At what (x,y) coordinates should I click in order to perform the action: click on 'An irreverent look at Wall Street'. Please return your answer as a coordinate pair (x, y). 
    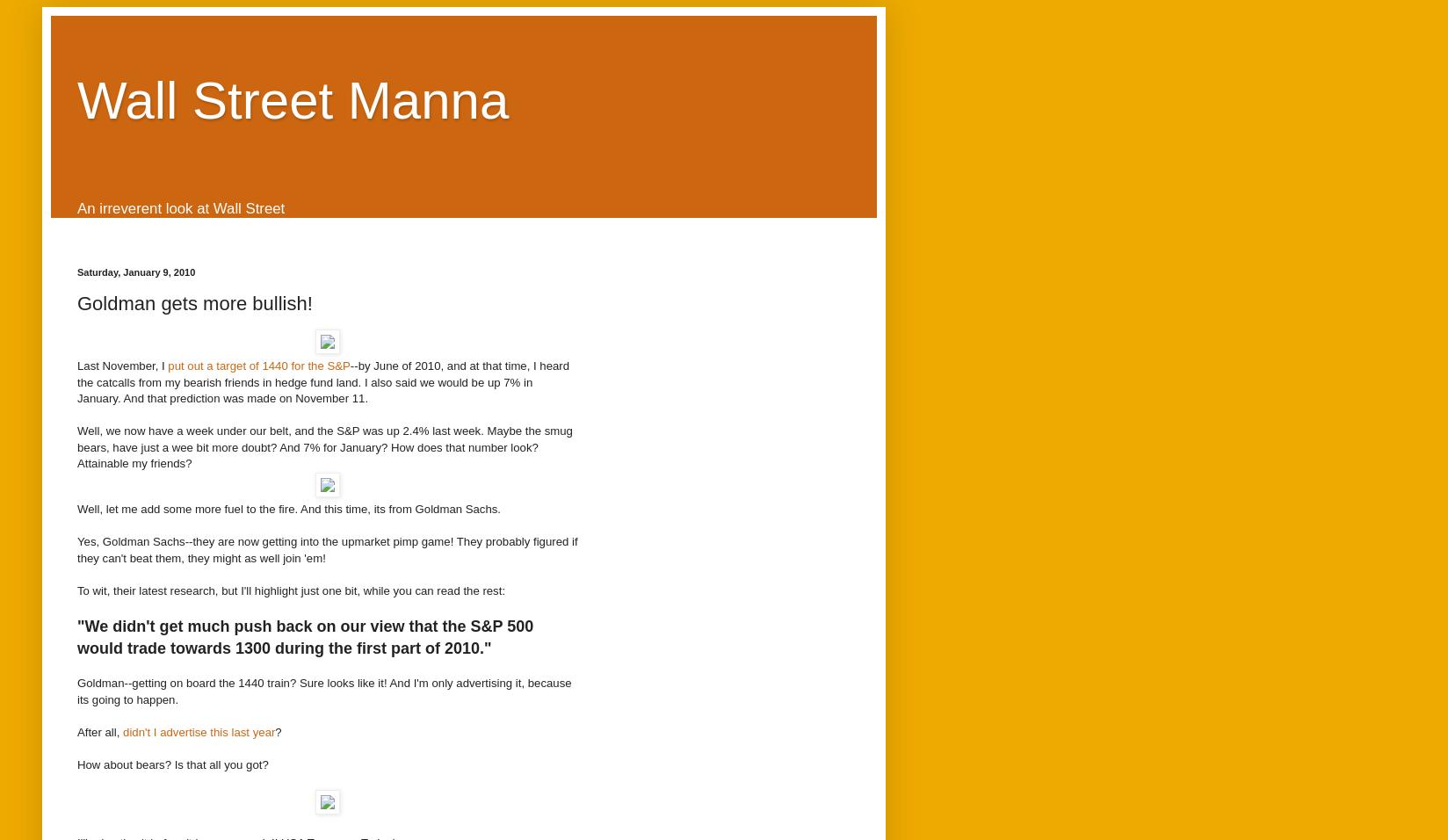
    Looking at the image, I should click on (77, 208).